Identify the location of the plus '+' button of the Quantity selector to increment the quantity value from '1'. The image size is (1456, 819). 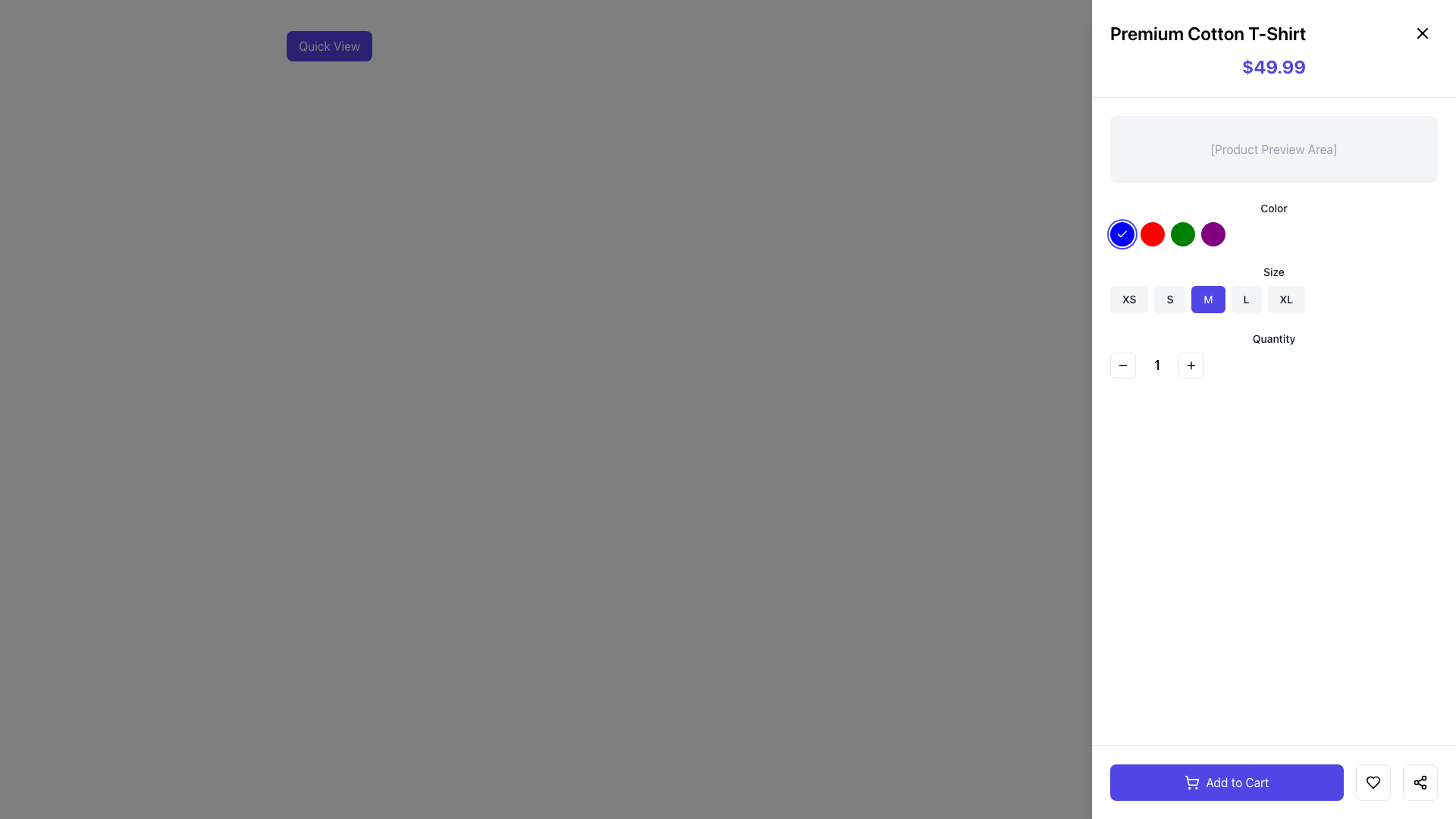
(1274, 354).